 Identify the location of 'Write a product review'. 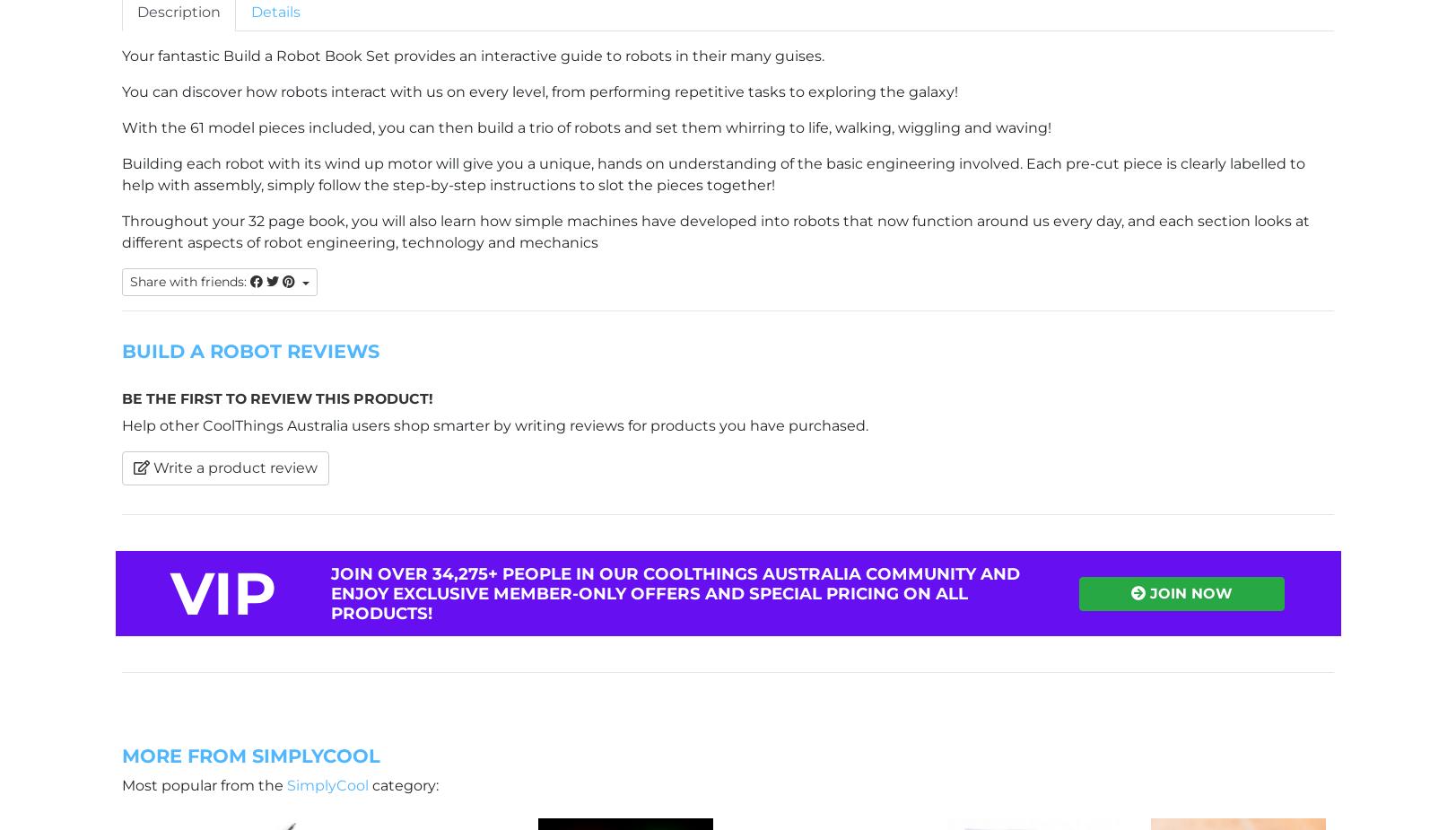
(150, 467).